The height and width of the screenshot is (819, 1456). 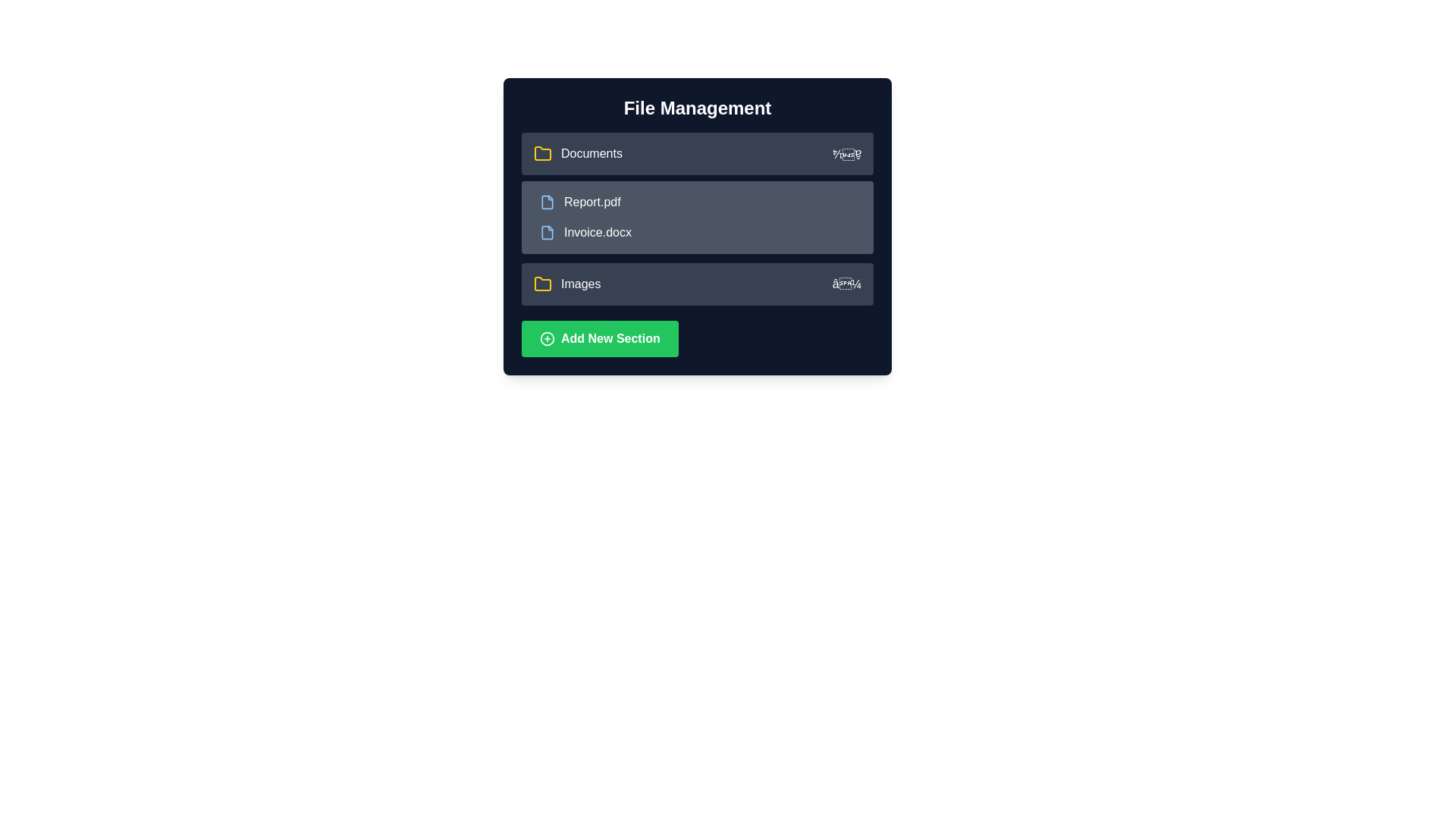 I want to click on the graphical circle icon within the 'Add New Section' button, which visually represents the action of adding or creating something new, so click(x=546, y=338).